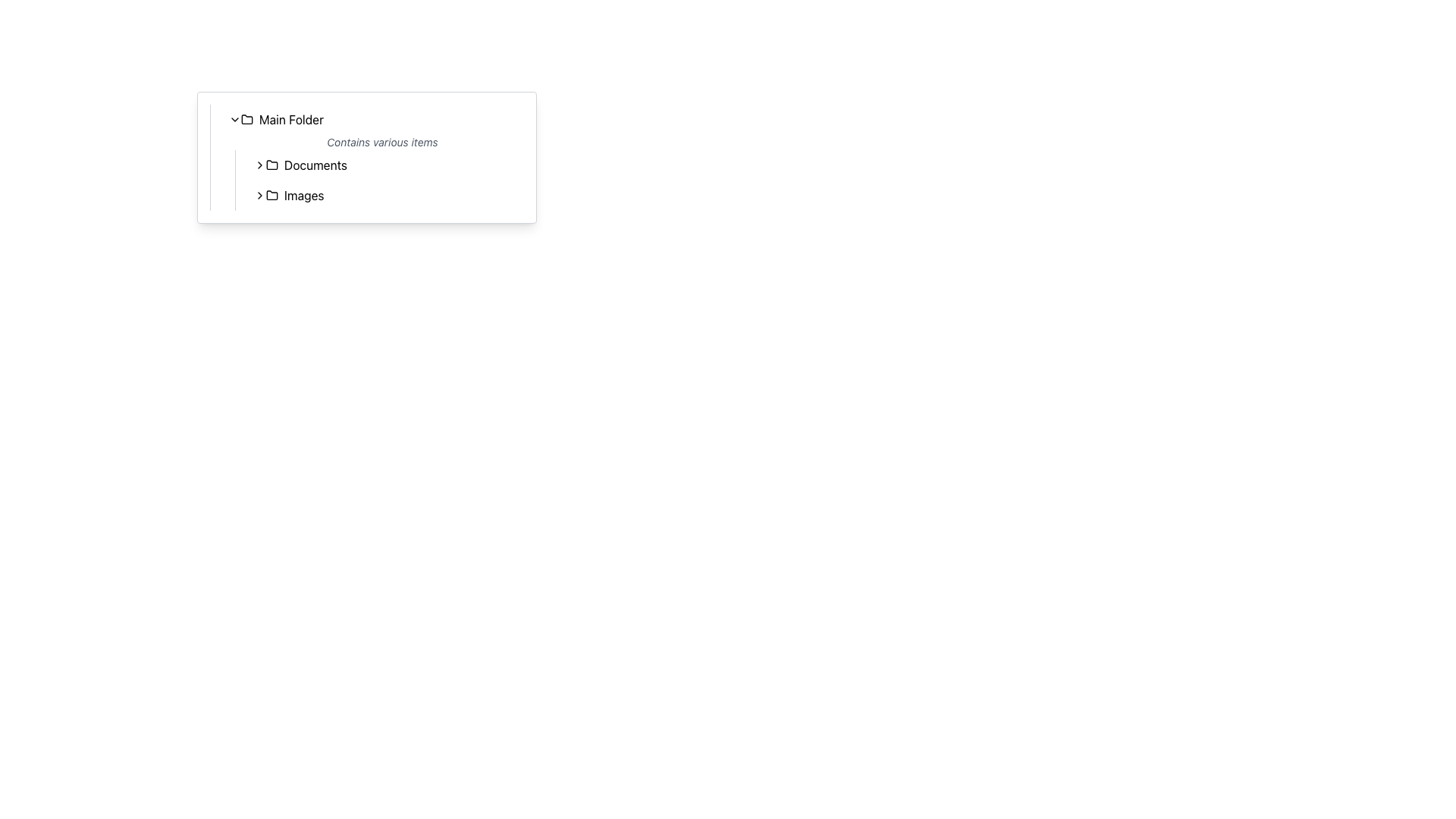 This screenshot has width=1456, height=819. Describe the element at coordinates (272, 195) in the screenshot. I see `the small folder icon located next` at that location.